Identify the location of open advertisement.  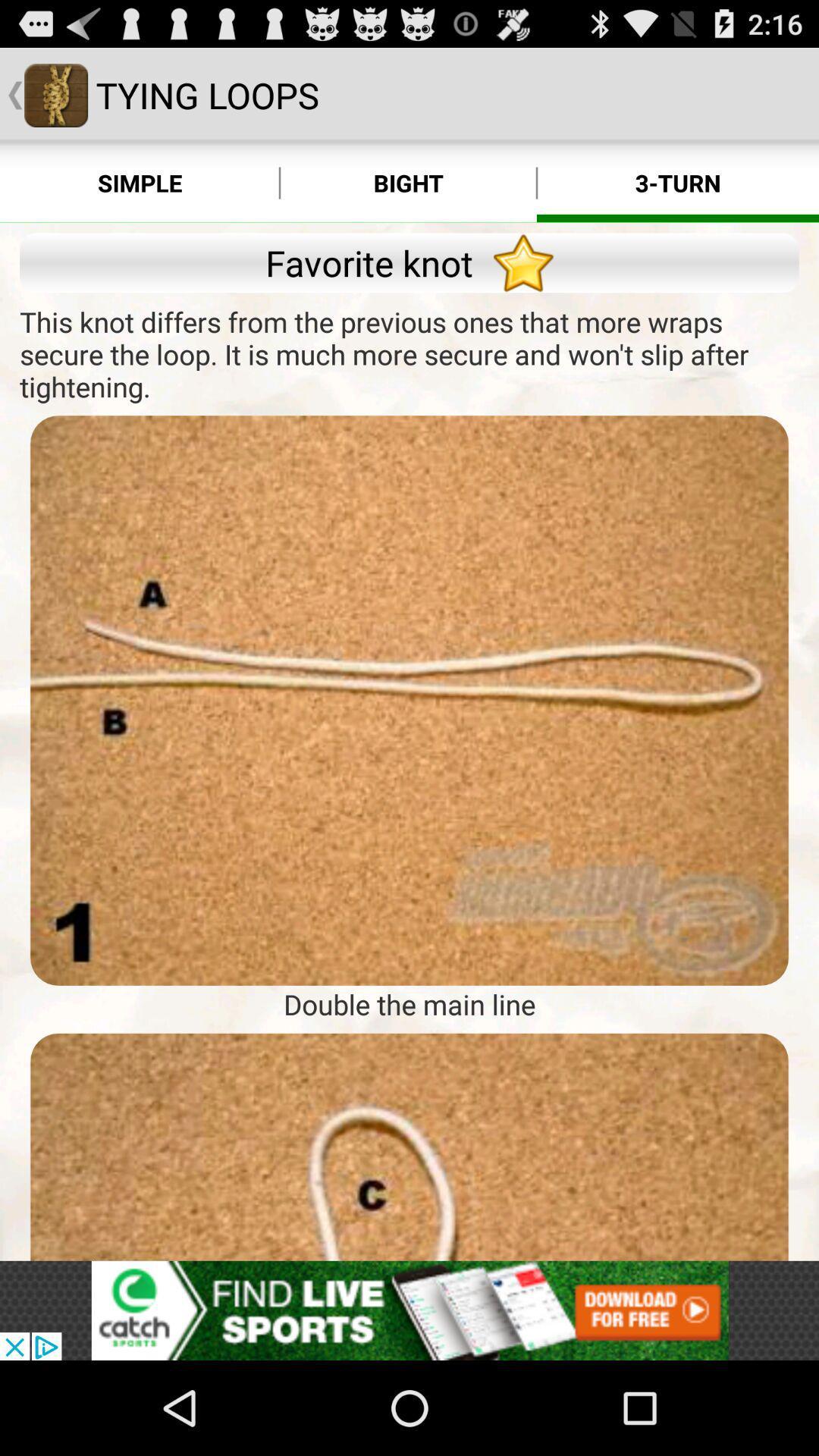
(409, 1310).